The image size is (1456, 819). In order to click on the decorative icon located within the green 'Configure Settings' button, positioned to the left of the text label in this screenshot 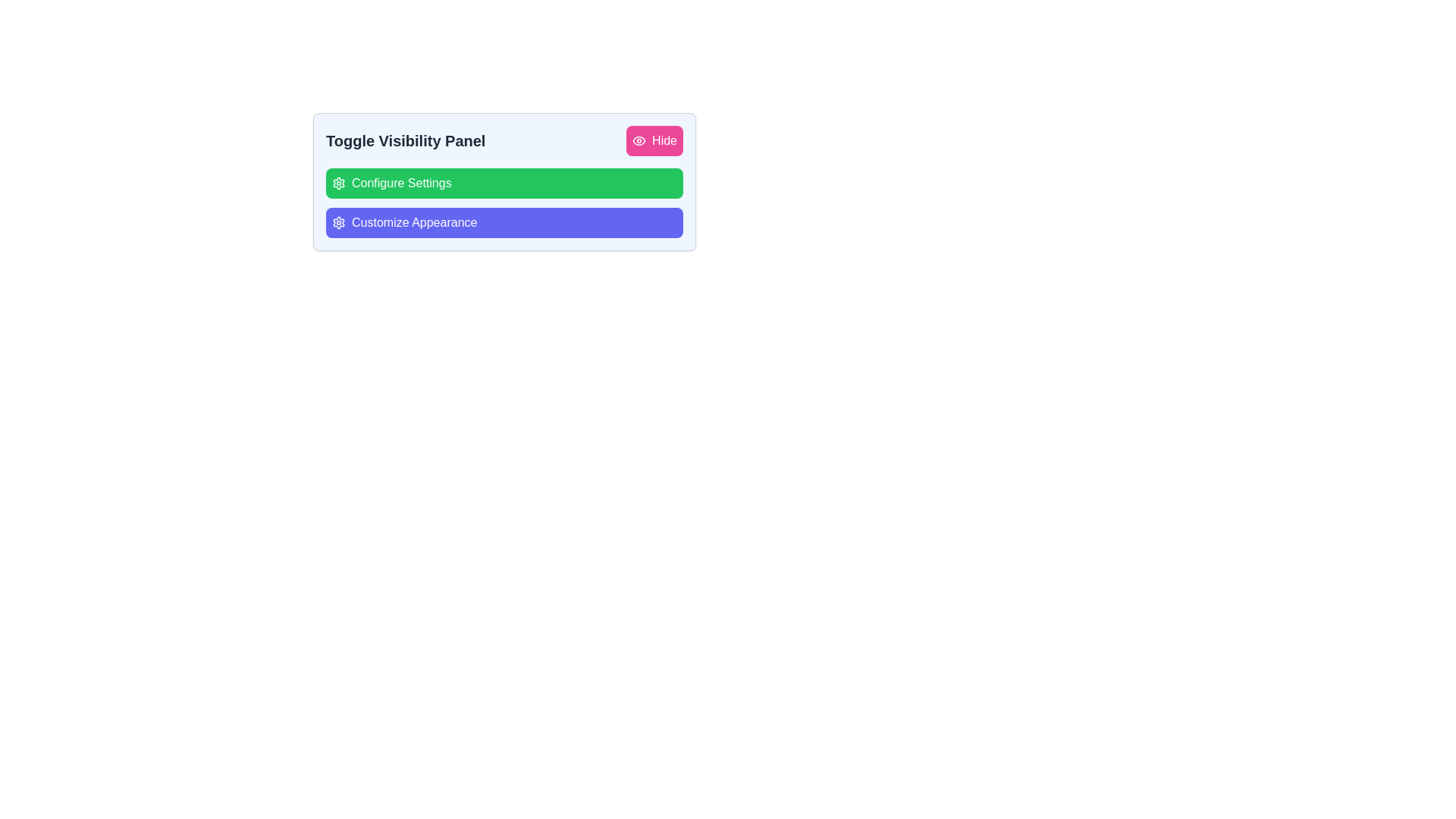, I will do `click(337, 183)`.